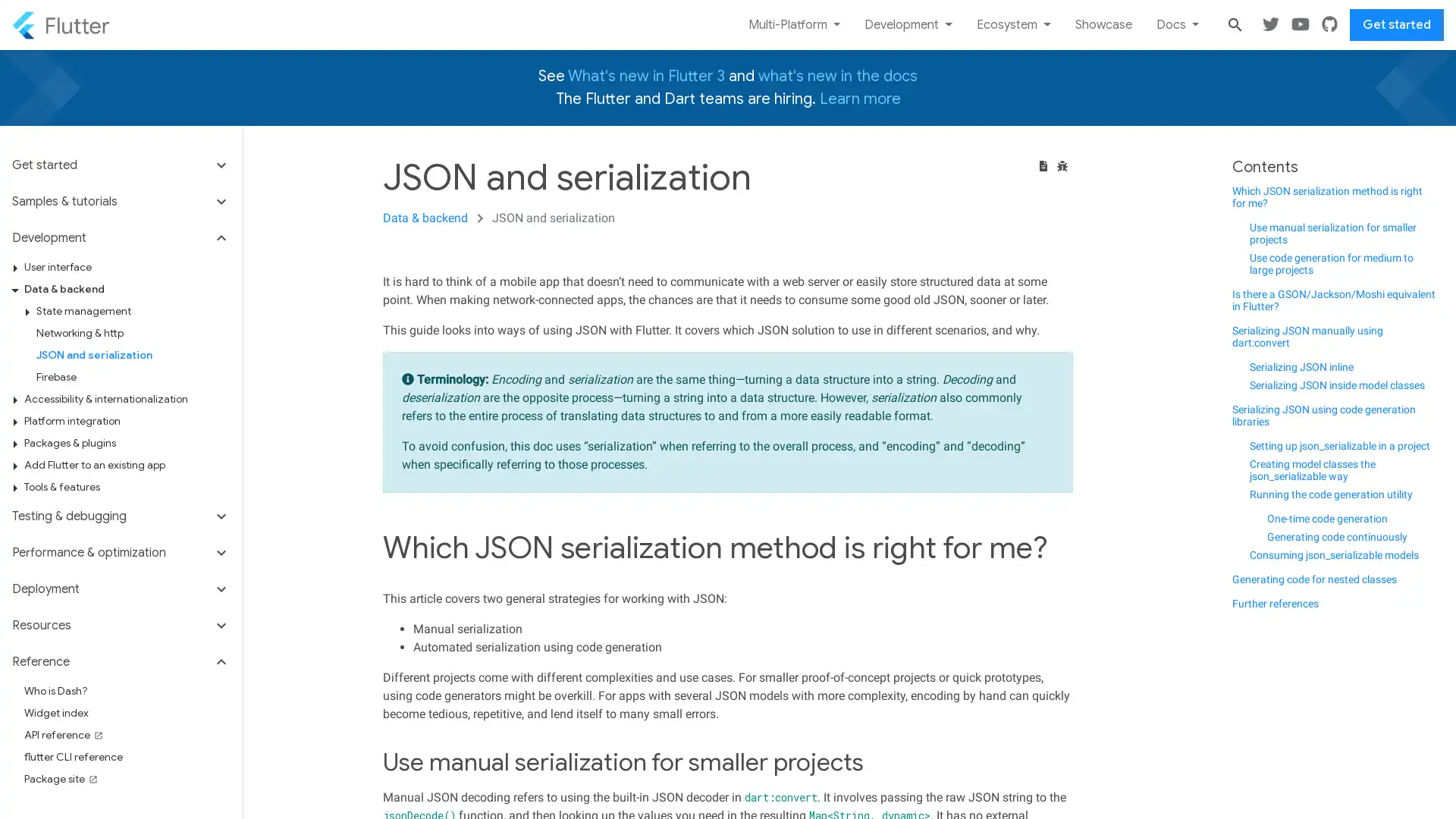 This screenshot has width=1456, height=819. What do you see at coordinates (127, 421) in the screenshot?
I see `arrow_drop_down Platform integration` at bounding box center [127, 421].